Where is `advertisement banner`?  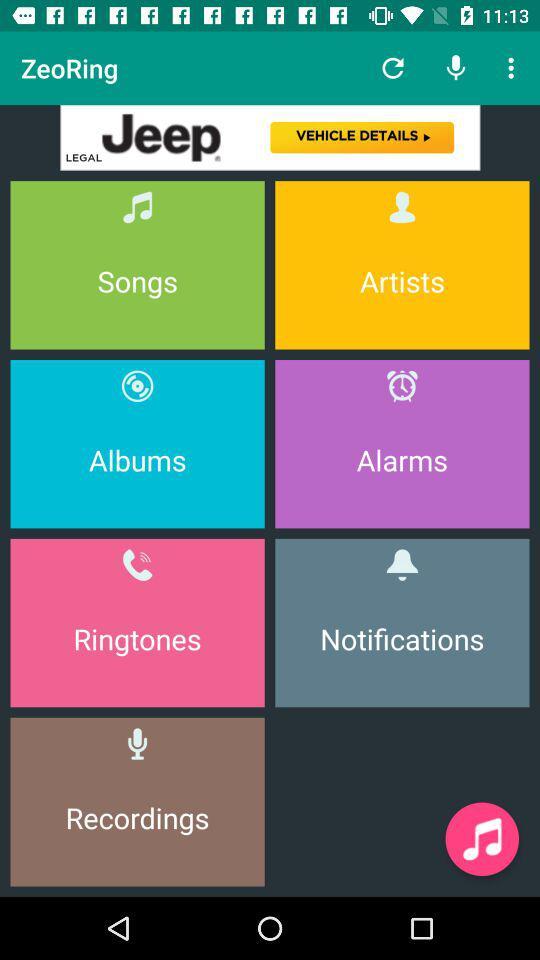 advertisement banner is located at coordinates (270, 136).